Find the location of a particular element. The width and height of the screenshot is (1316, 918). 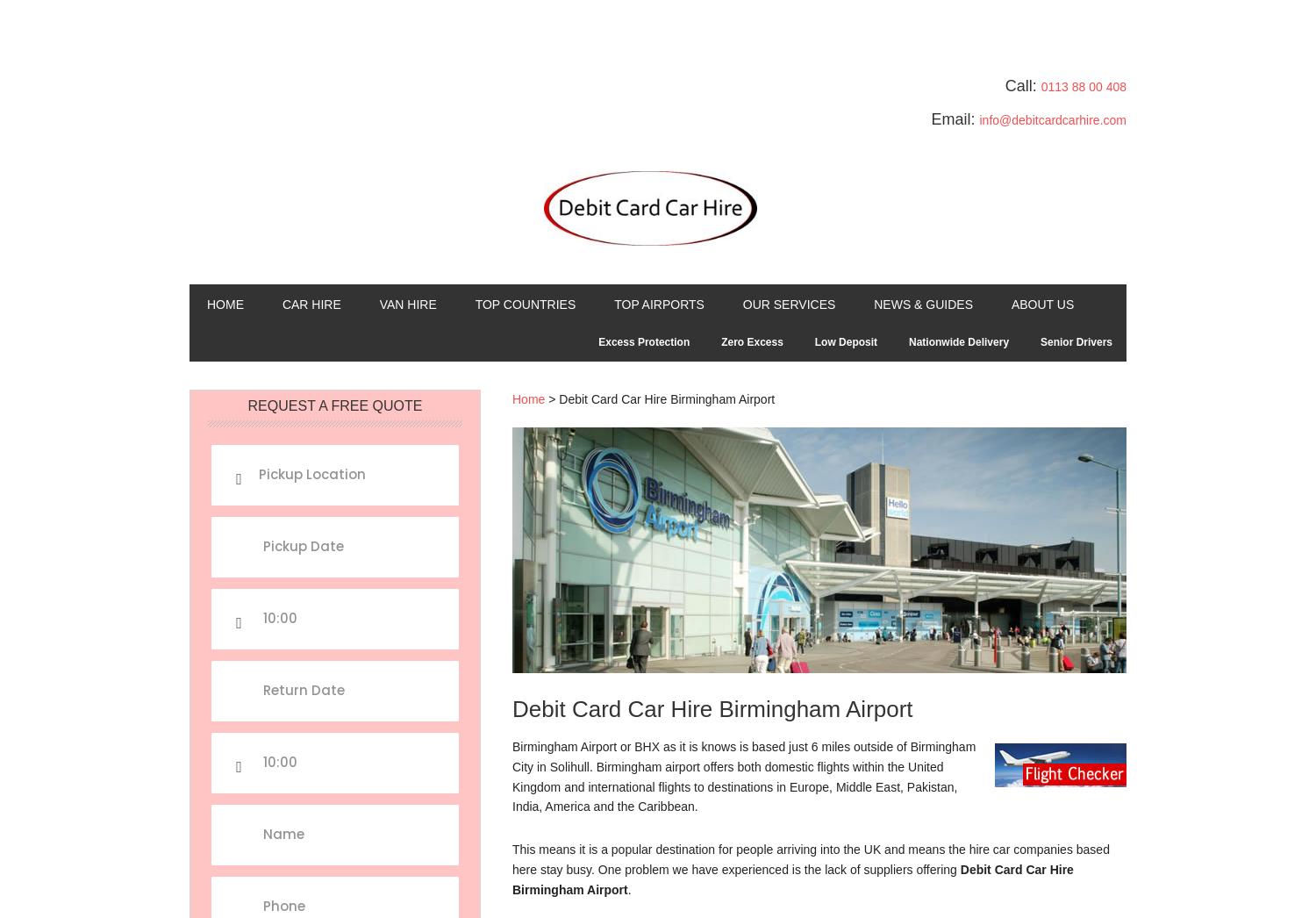

'Top Airports' is located at coordinates (659, 303).